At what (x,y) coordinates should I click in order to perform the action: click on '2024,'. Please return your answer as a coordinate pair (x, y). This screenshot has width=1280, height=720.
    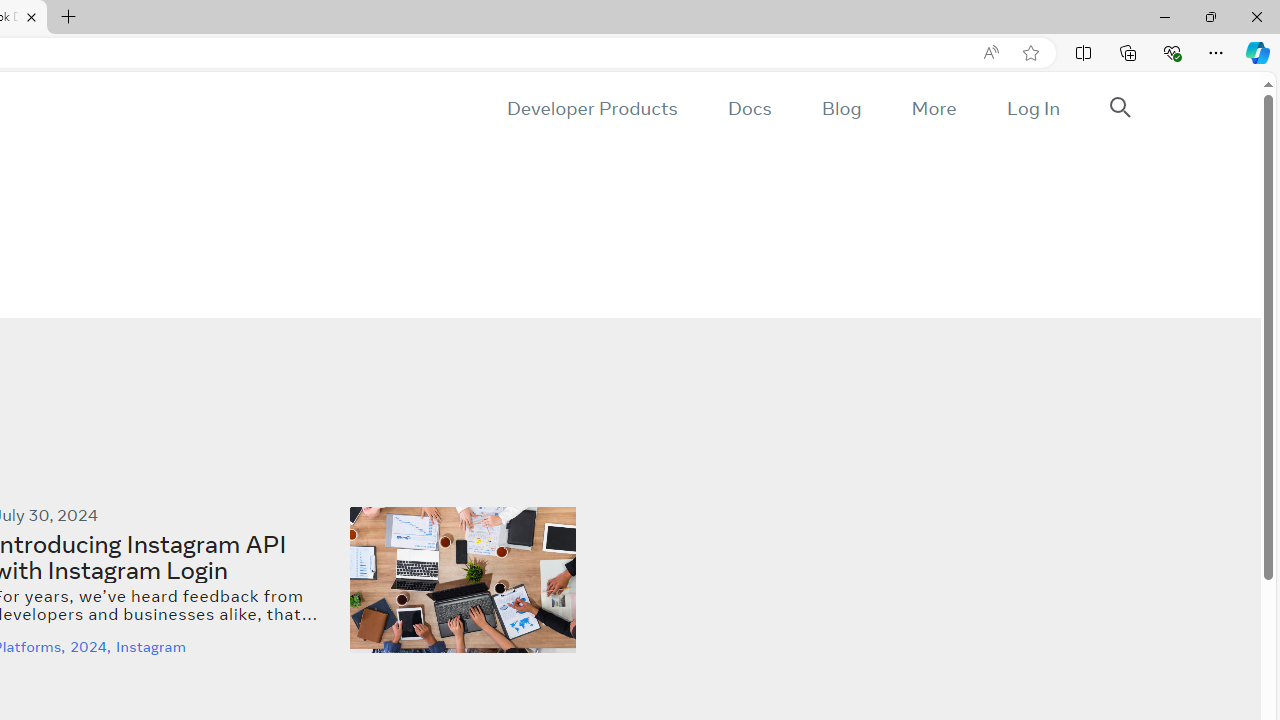
    Looking at the image, I should click on (92, 647).